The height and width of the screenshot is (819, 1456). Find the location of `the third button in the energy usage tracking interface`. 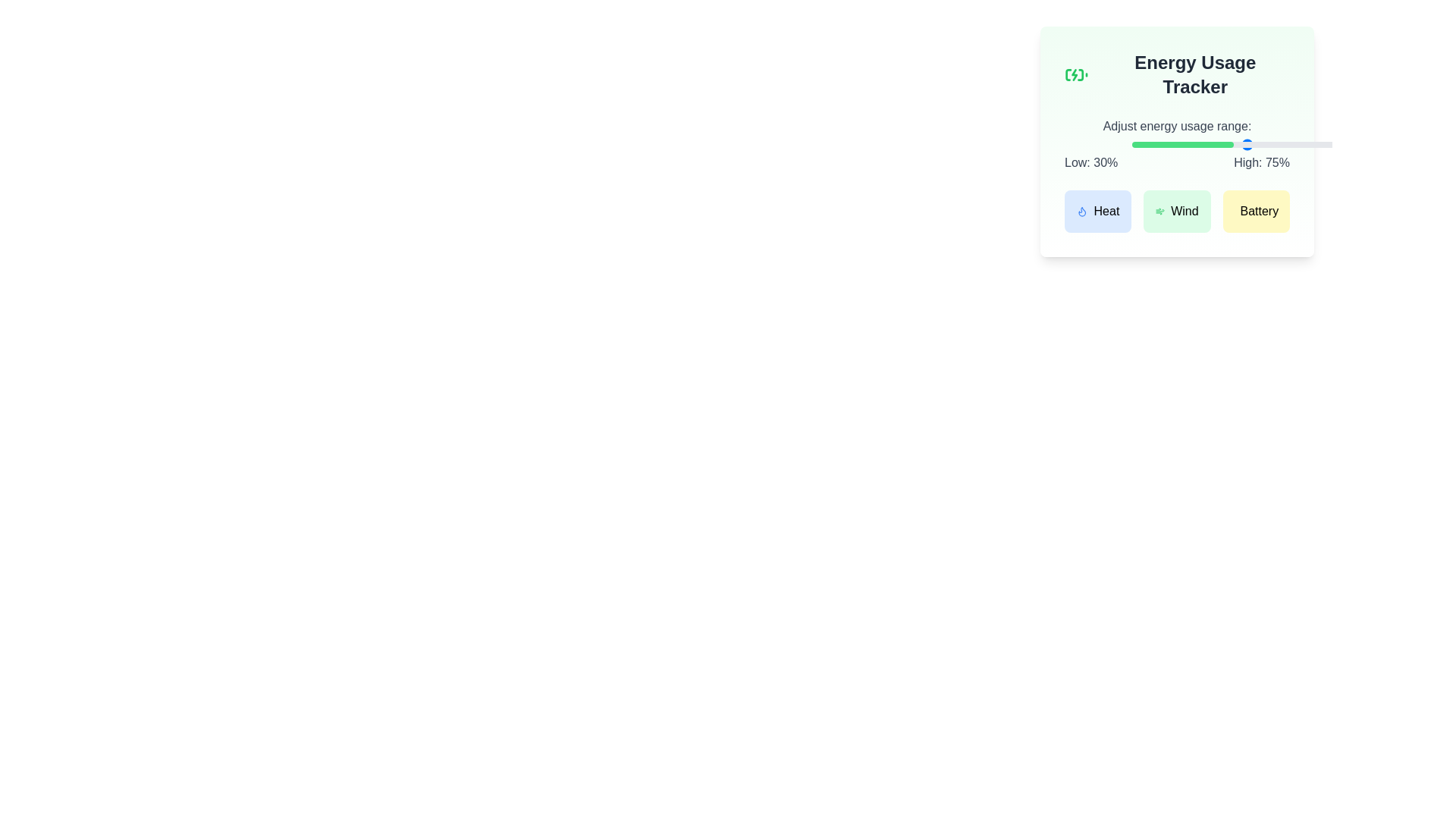

the third button in the energy usage tracking interface is located at coordinates (1256, 211).